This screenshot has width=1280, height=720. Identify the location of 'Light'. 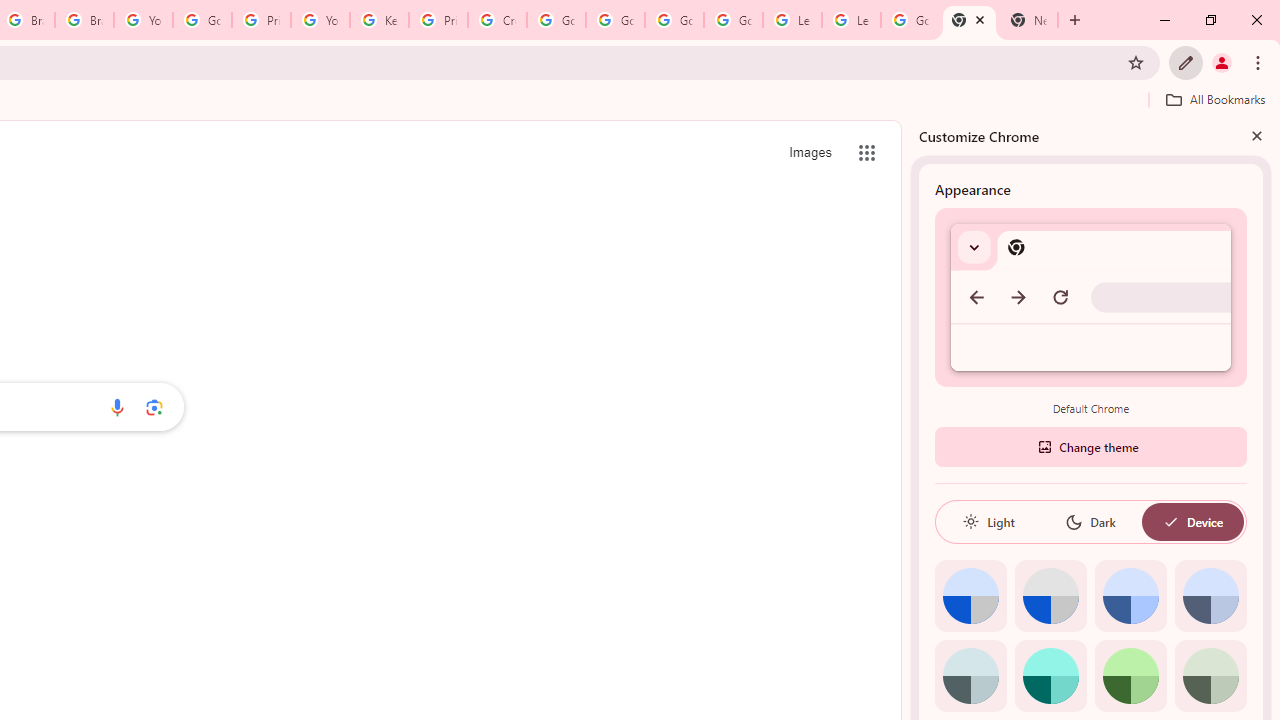
(988, 521).